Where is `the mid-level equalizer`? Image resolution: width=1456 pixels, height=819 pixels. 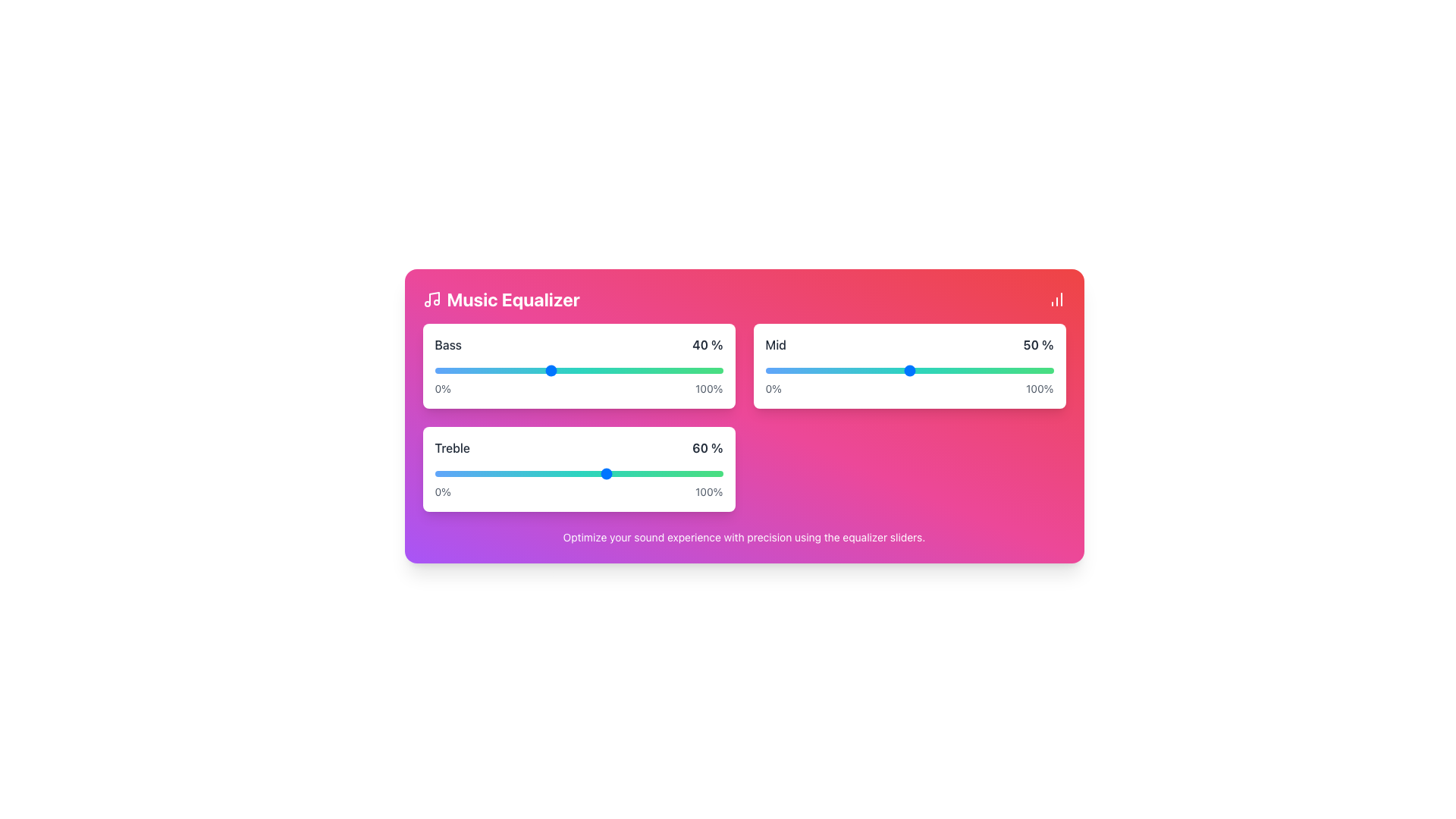 the mid-level equalizer is located at coordinates (892, 371).